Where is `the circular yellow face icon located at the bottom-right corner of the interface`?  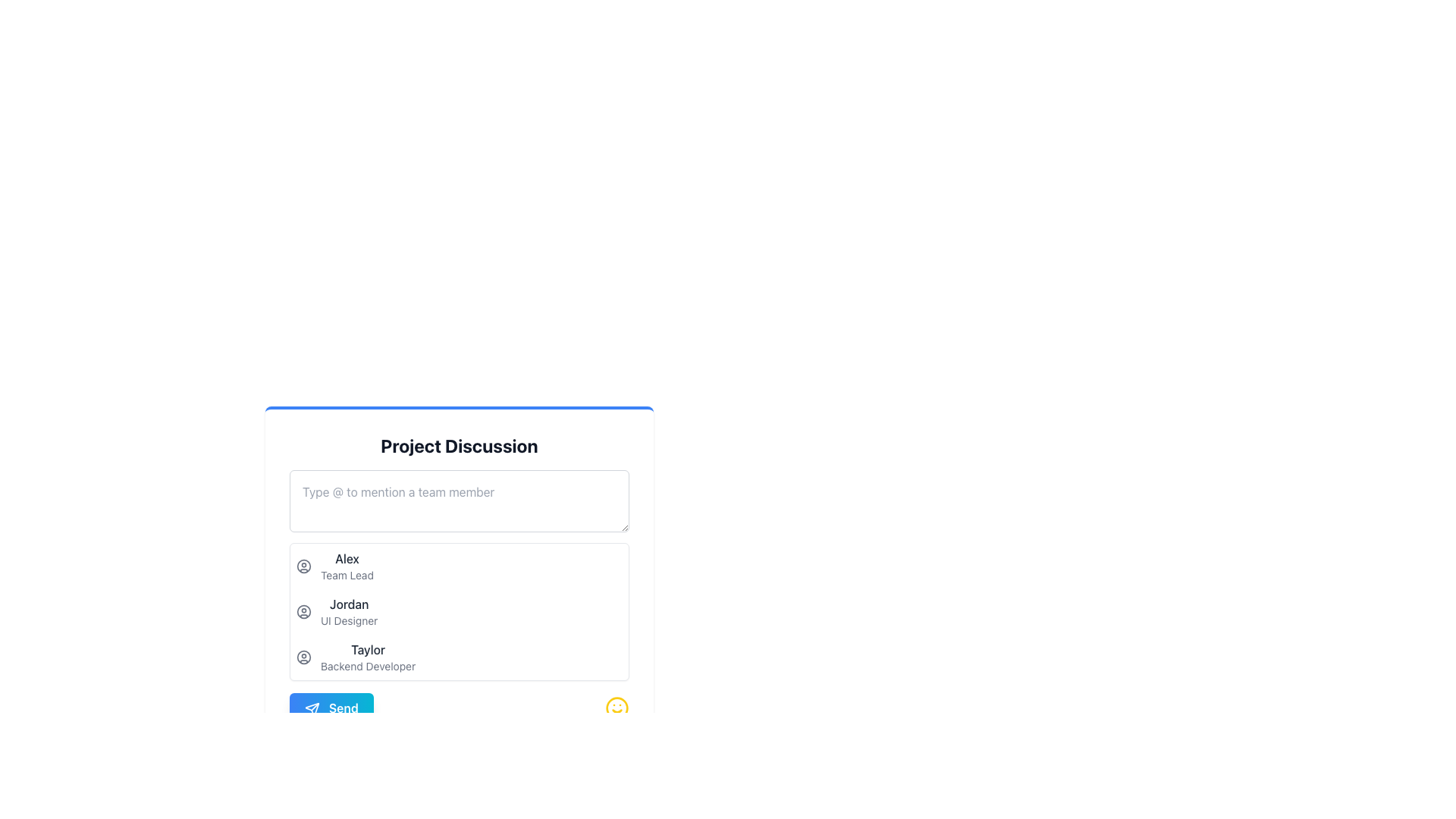
the circular yellow face icon located at the bottom-right corner of the interface is located at coordinates (617, 708).